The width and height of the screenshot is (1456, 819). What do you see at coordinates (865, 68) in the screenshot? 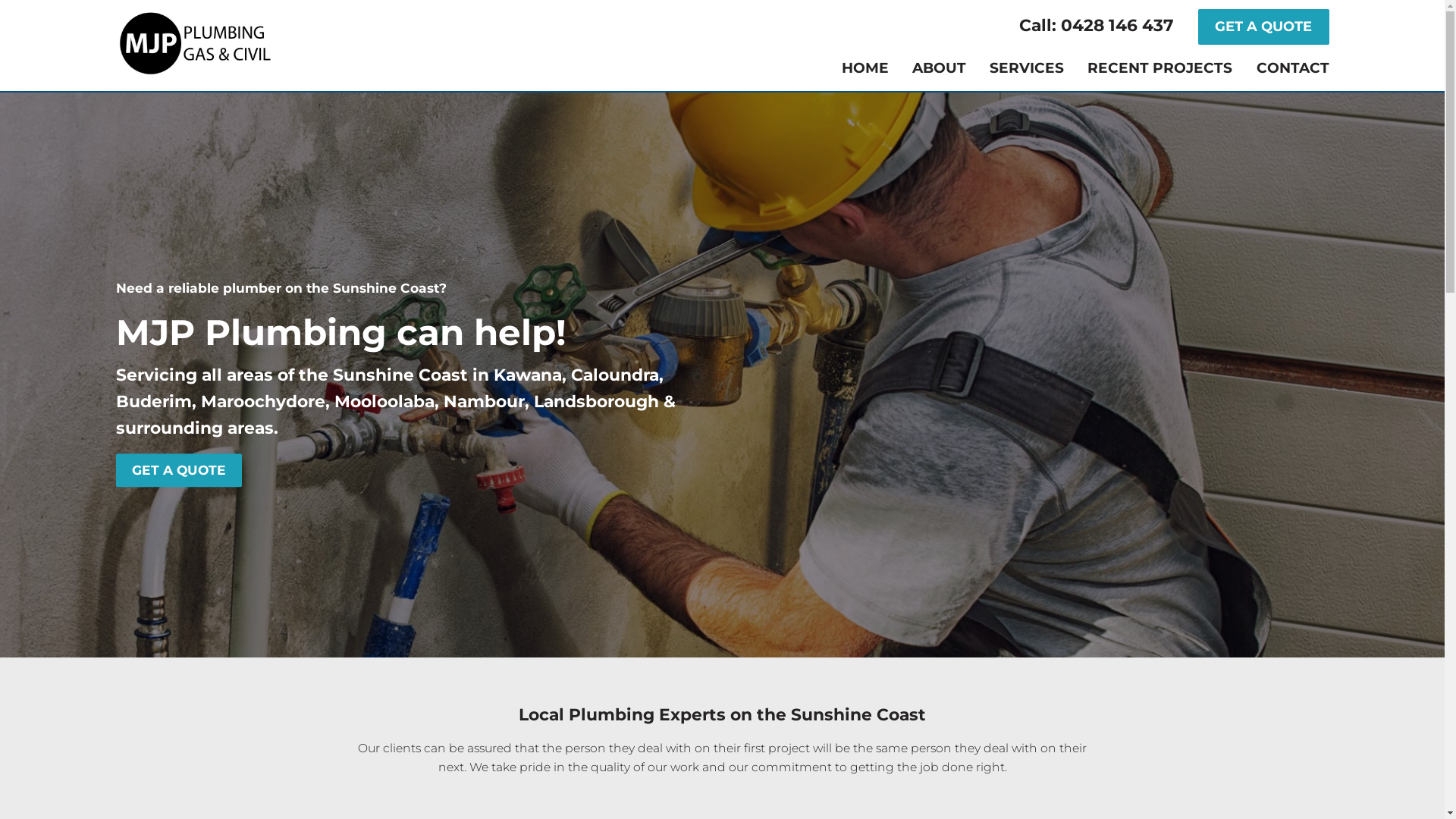
I see `'HOME'` at bounding box center [865, 68].